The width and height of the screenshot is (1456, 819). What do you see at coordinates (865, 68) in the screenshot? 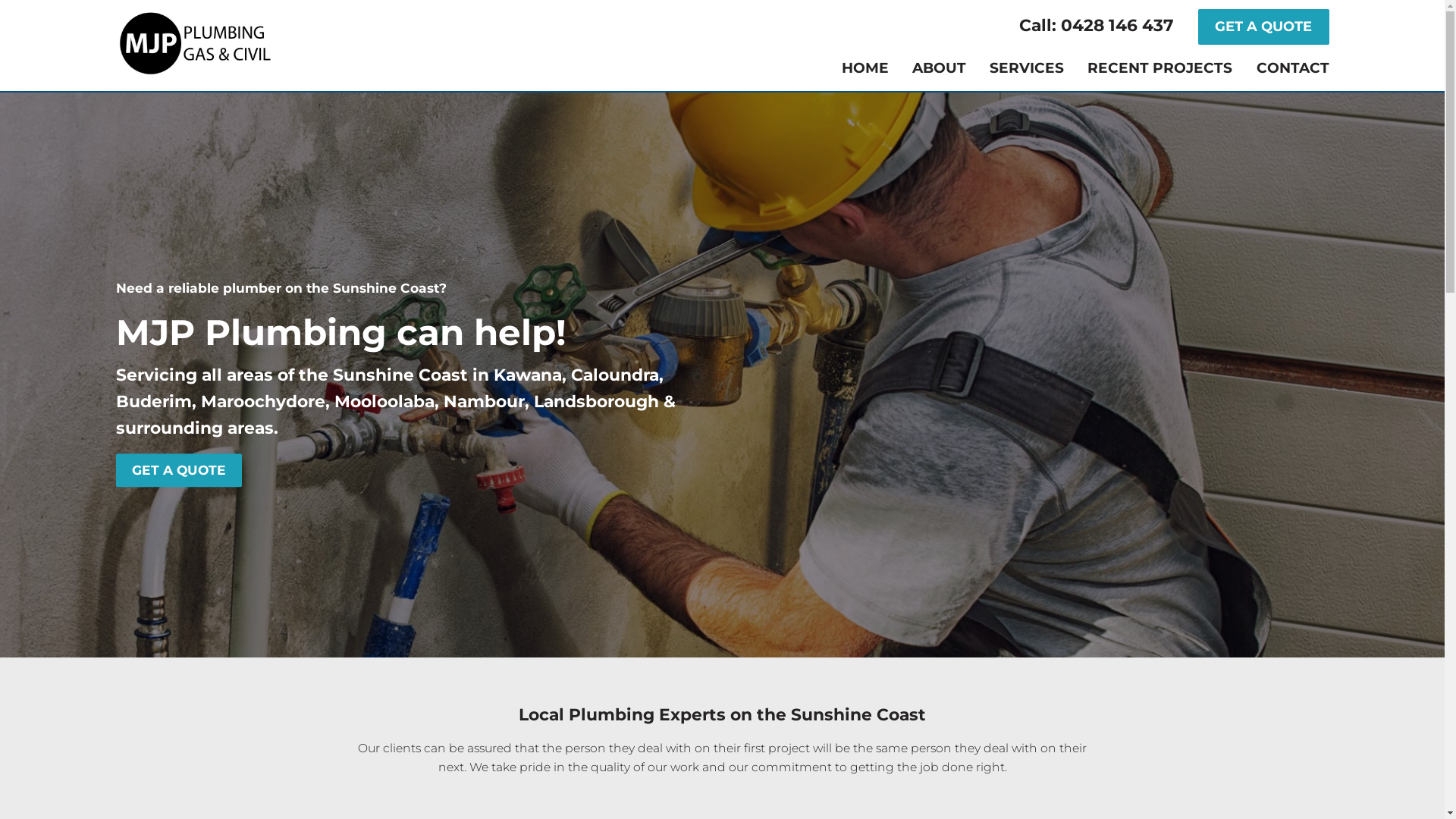
I see `'HOME'` at bounding box center [865, 68].